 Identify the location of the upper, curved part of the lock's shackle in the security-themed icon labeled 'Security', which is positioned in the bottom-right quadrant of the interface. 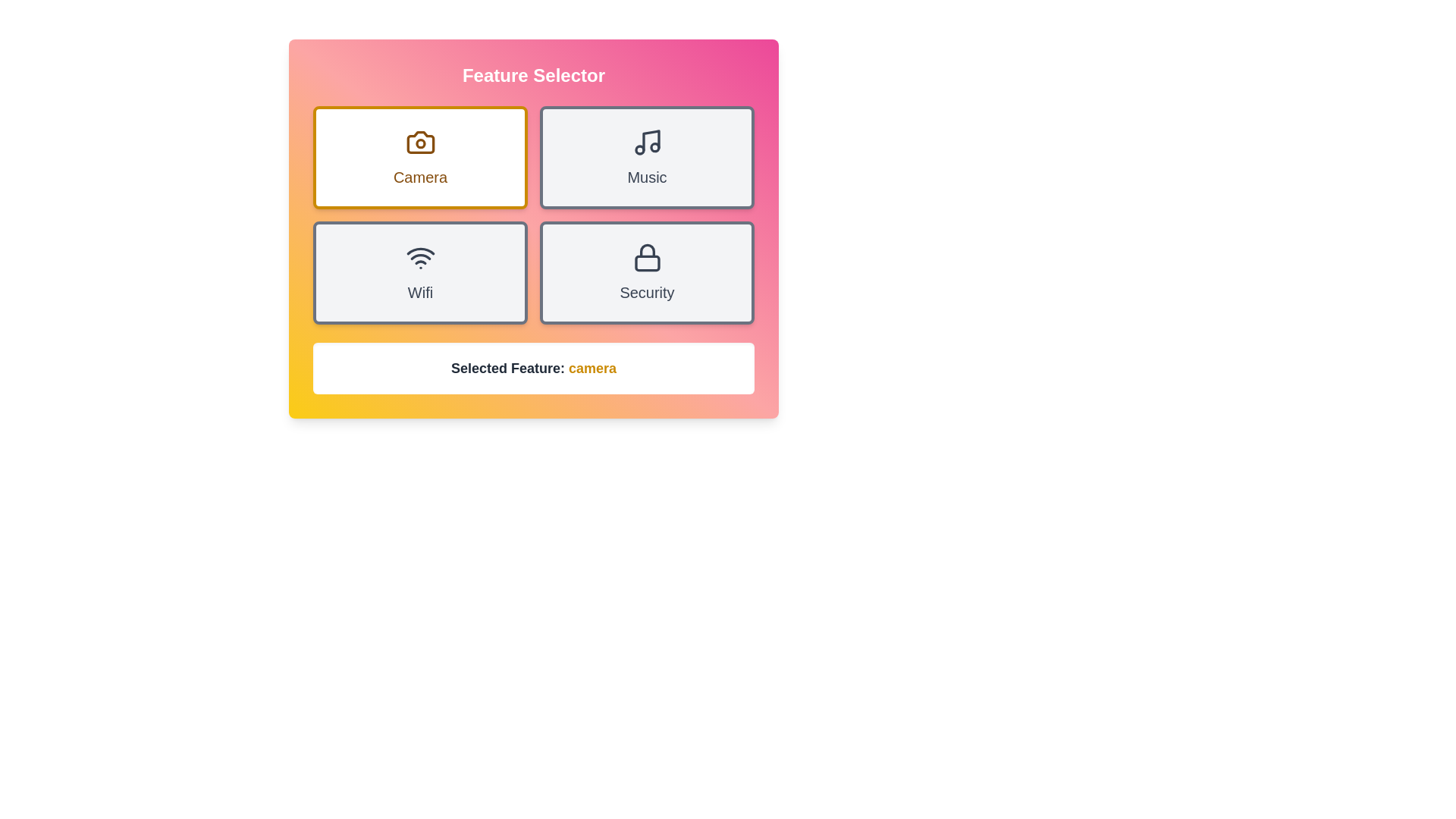
(647, 249).